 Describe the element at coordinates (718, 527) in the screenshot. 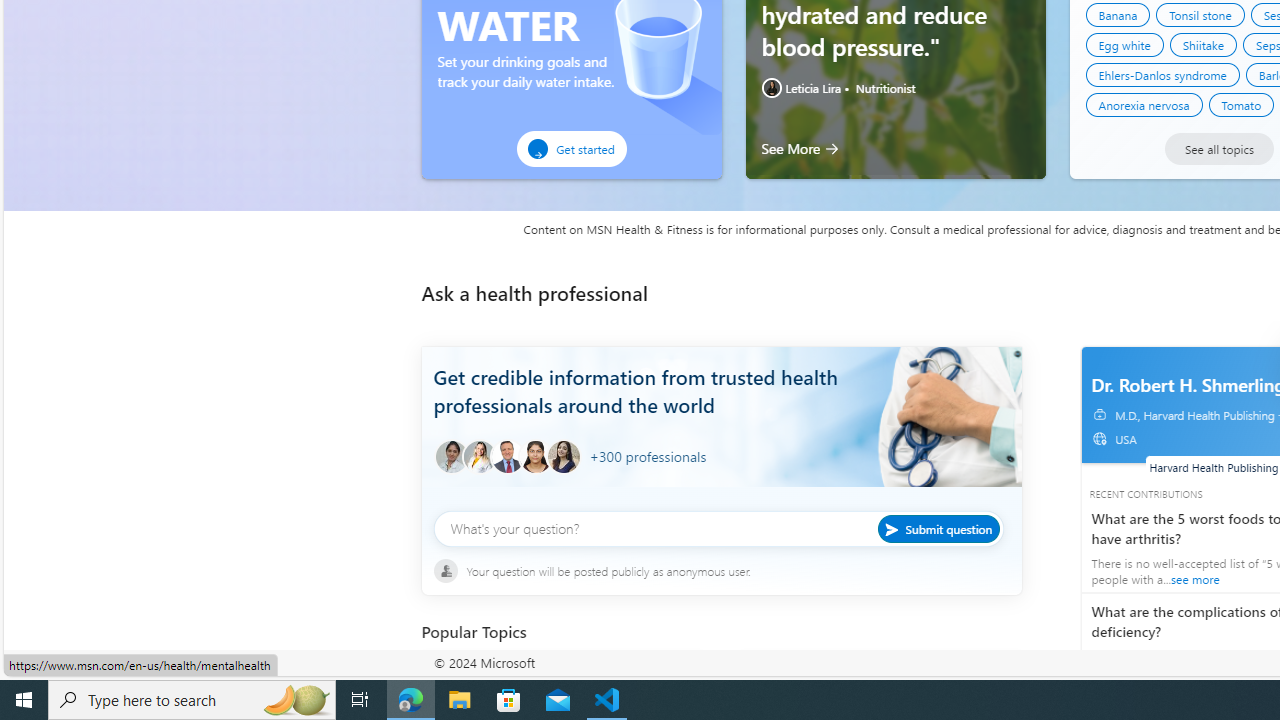

I see `'What'` at that location.